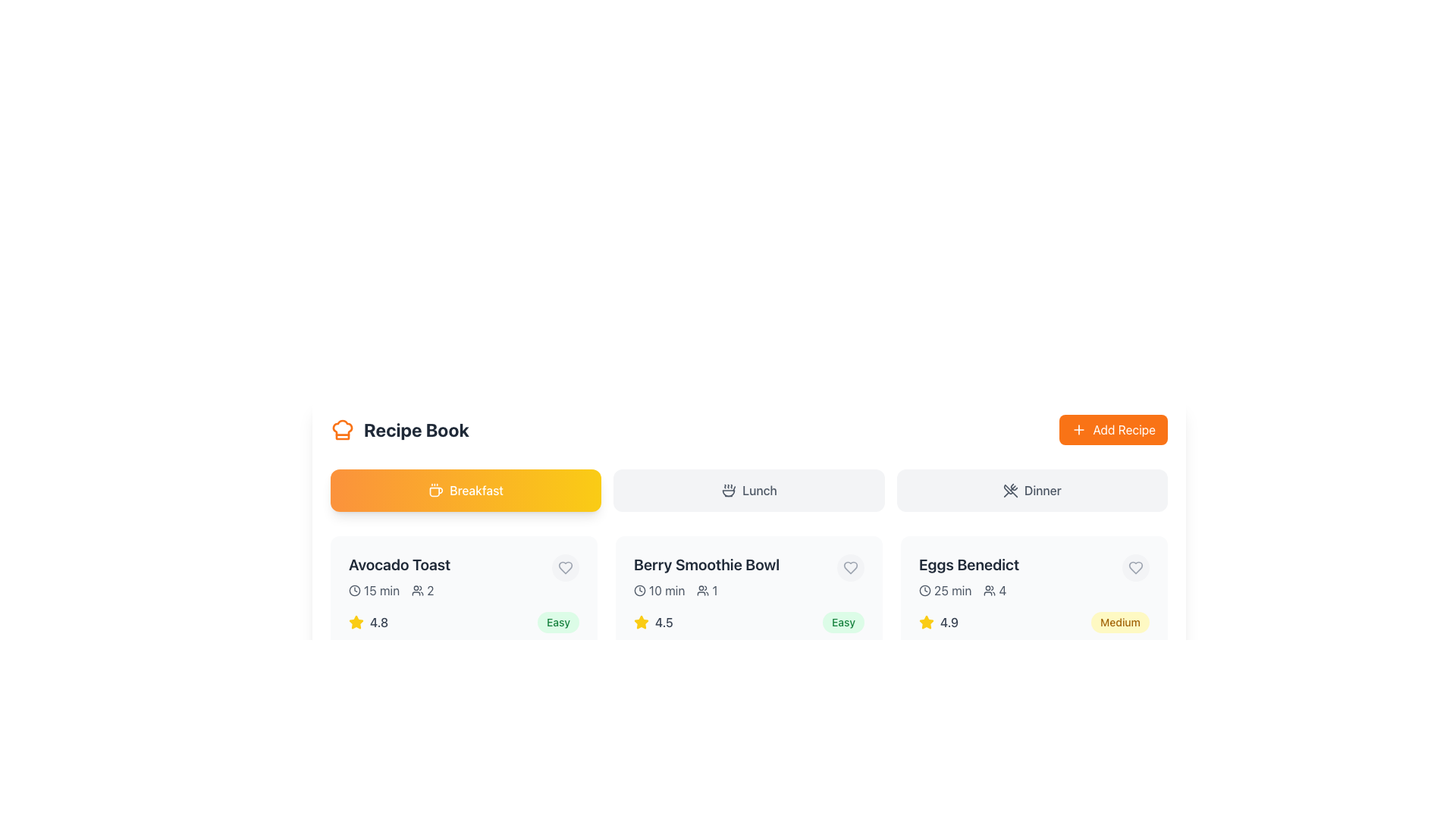 Image resolution: width=1456 pixels, height=819 pixels. What do you see at coordinates (706, 590) in the screenshot?
I see `the serving size indicator text element located within the 'Berry Smoothie Bowl' card, specifically the second metadata item beneath the recipe title` at bounding box center [706, 590].